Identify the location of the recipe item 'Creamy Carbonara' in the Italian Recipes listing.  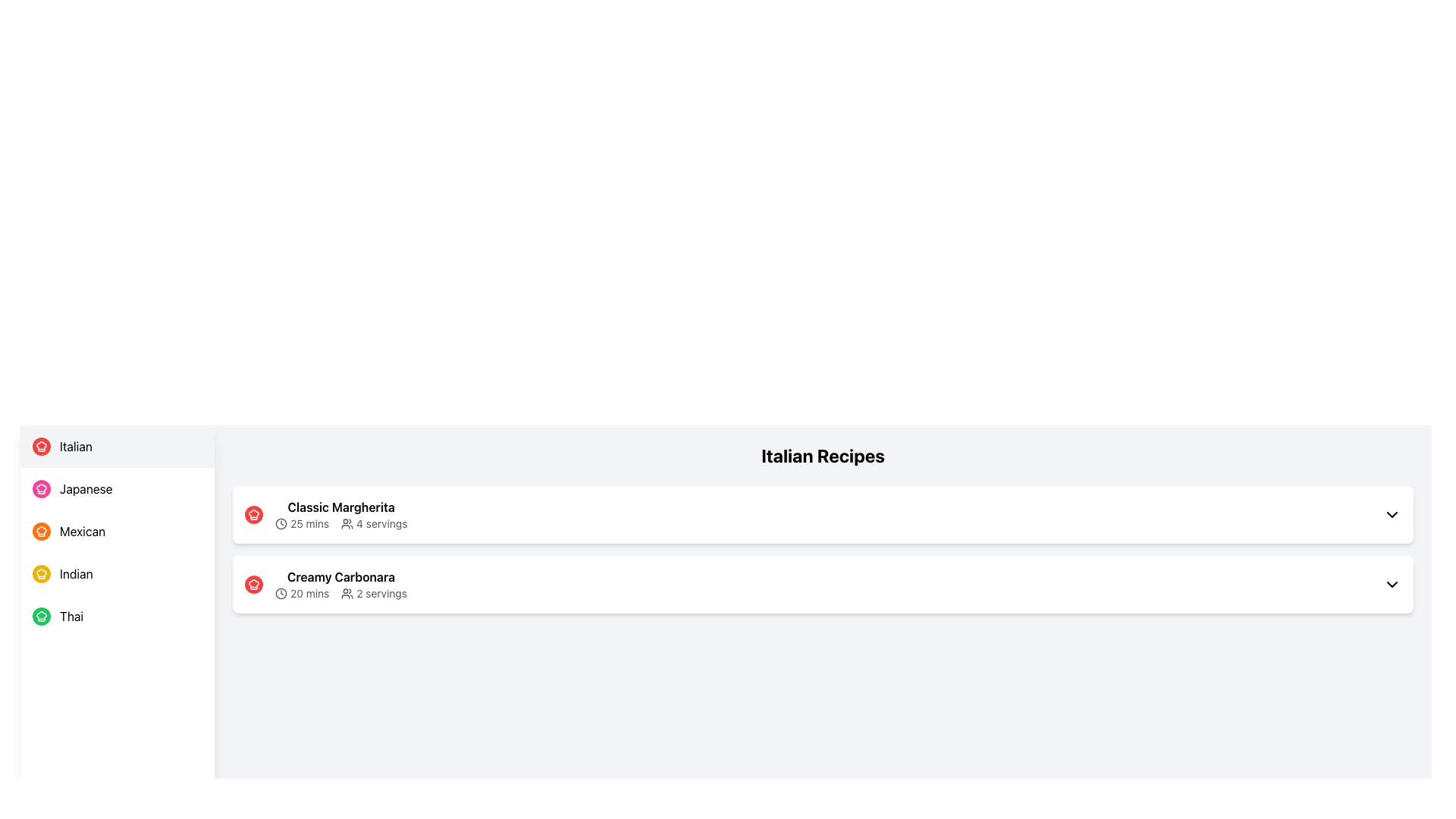
(340, 584).